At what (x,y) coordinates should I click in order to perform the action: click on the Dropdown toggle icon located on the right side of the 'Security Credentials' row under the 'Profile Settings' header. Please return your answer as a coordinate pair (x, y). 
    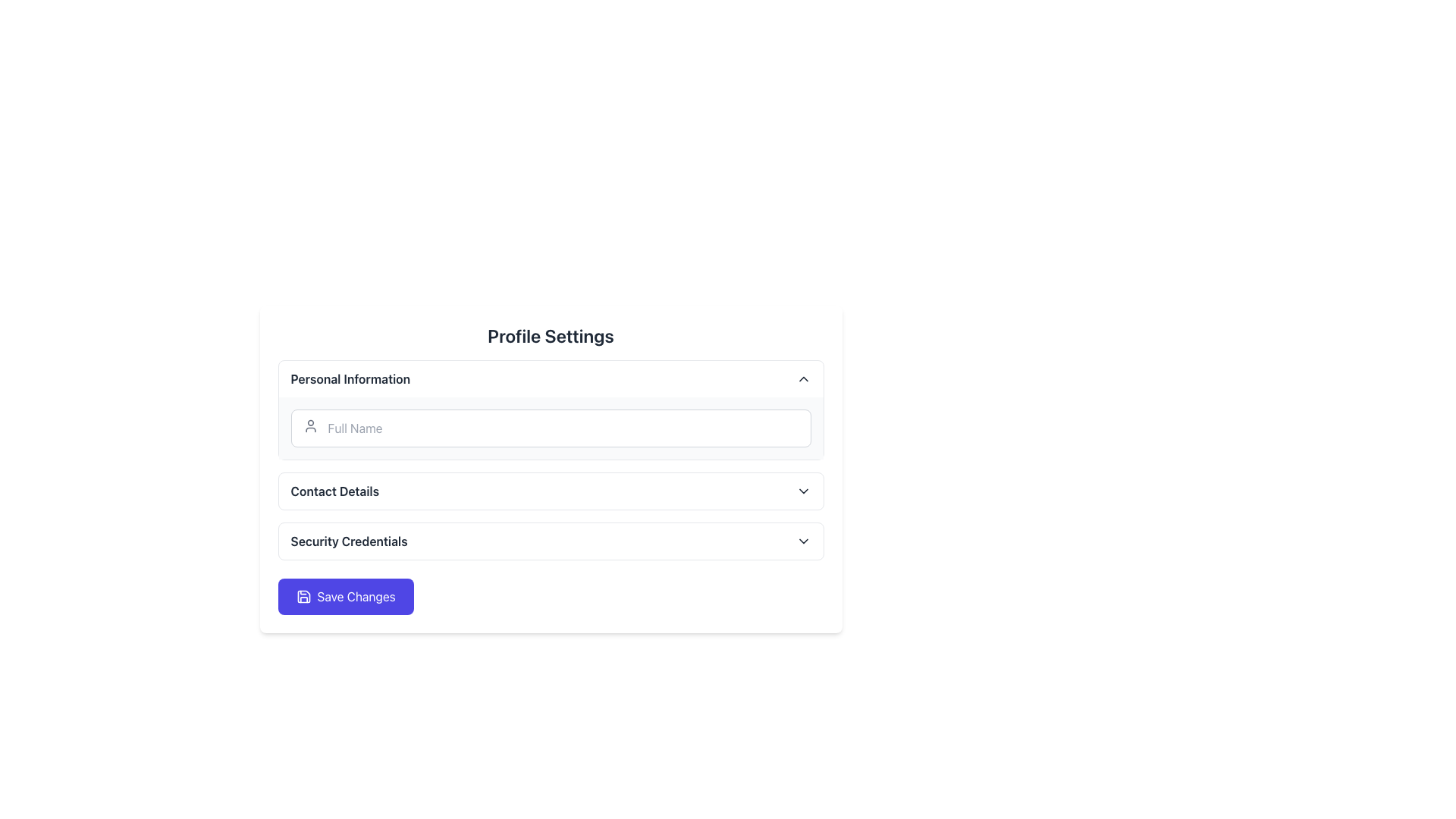
    Looking at the image, I should click on (802, 540).